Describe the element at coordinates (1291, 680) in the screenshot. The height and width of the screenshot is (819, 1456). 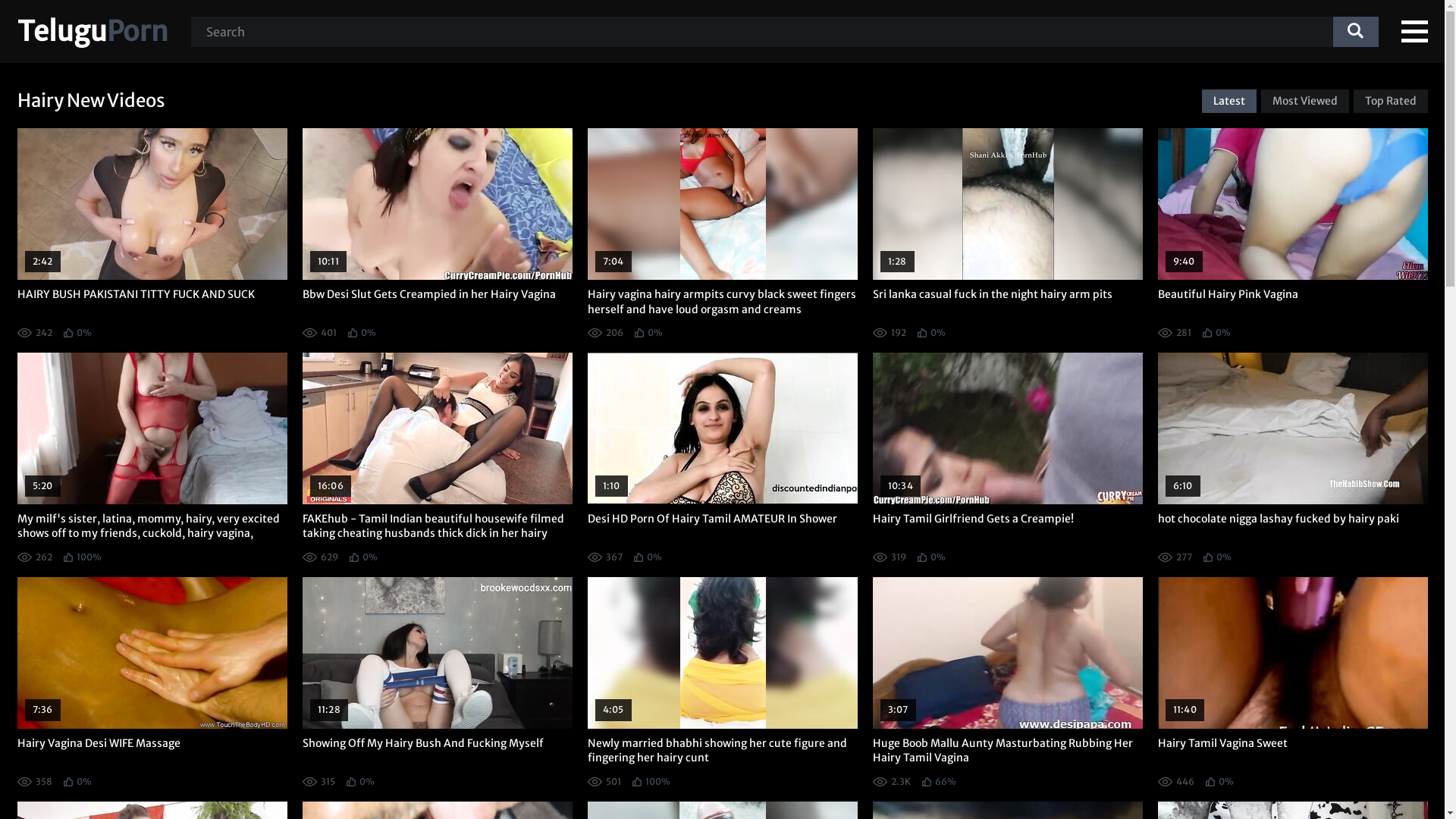
I see `'11:40` at that location.